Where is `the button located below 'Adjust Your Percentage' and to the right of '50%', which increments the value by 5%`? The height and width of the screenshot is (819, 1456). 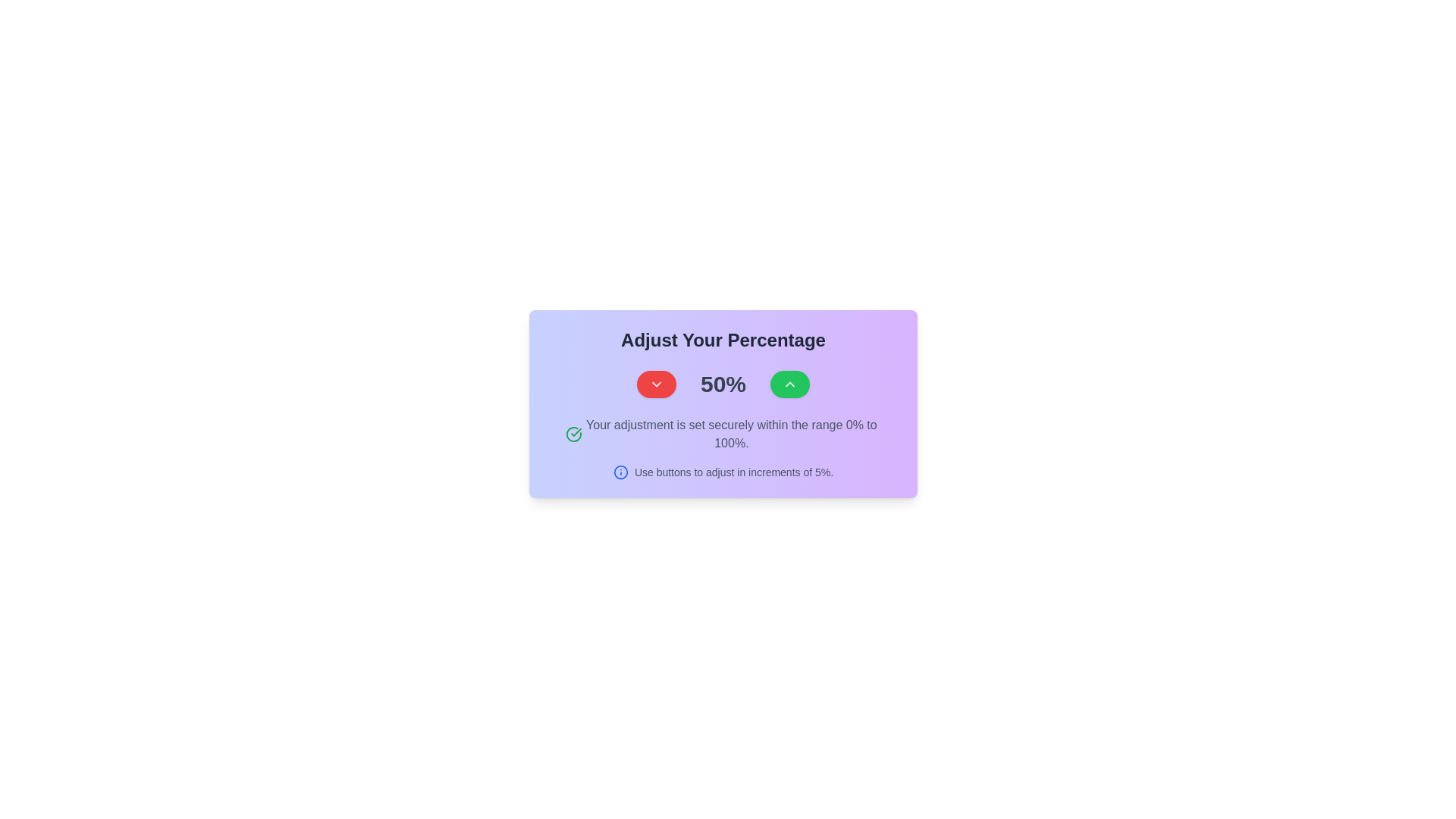
the button located below 'Adjust Your Percentage' and to the right of '50%', which increments the value by 5% is located at coordinates (789, 383).